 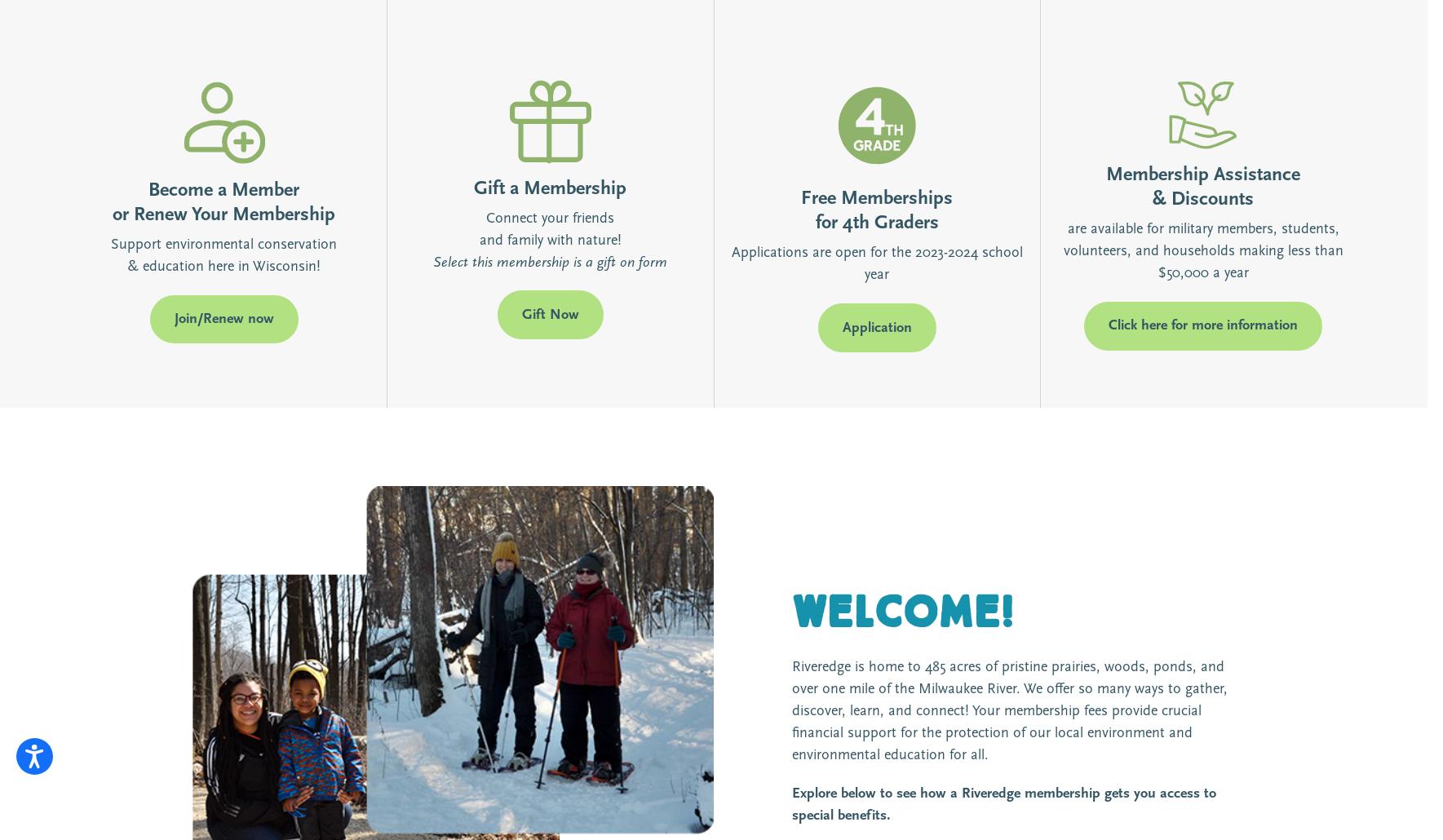 What do you see at coordinates (902, 613) in the screenshot?
I see `'Welcome!'` at bounding box center [902, 613].